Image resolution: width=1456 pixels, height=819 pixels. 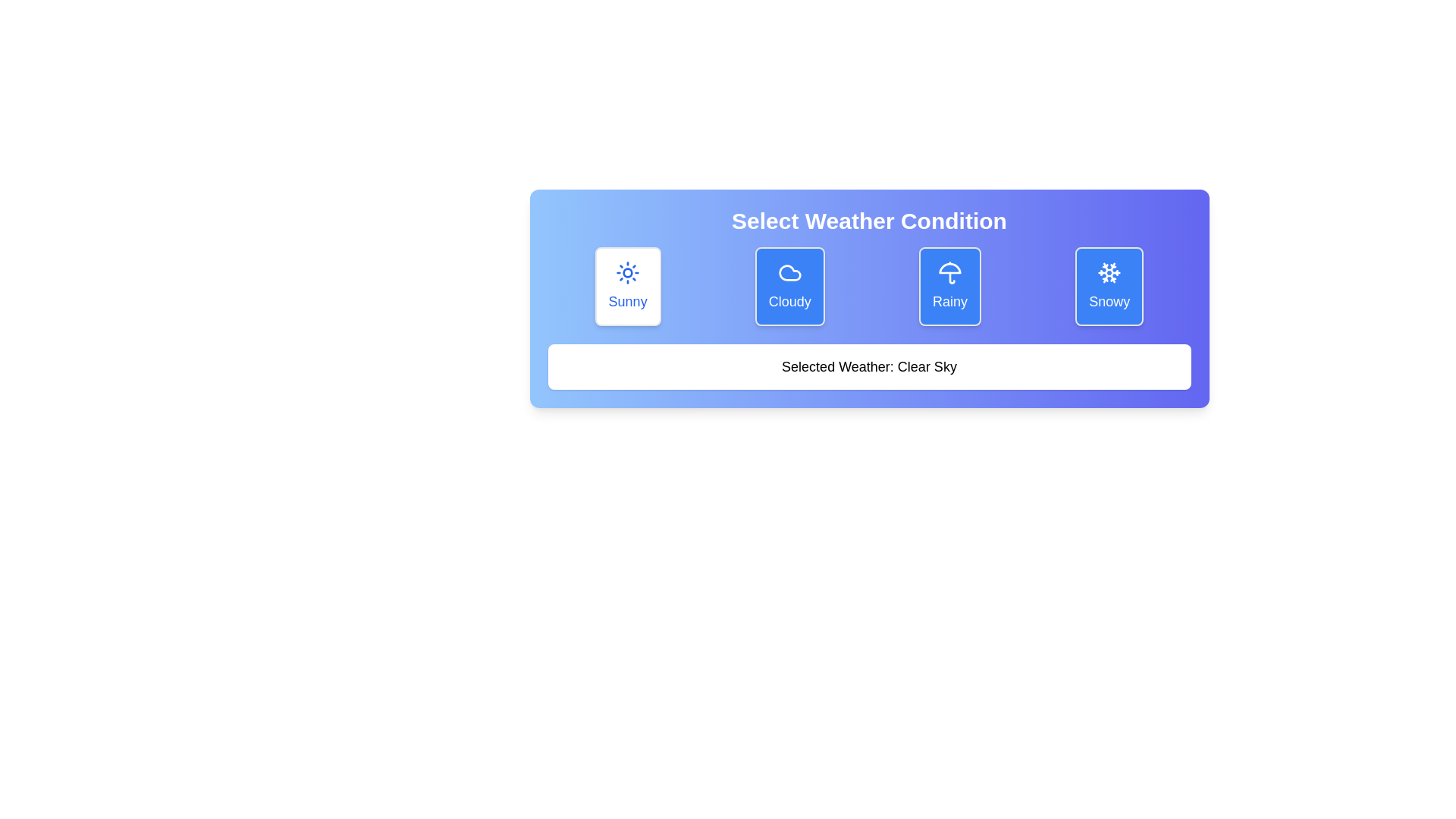 I want to click on umbrella icon located in the 'Rainy' selection box, which is the third option in the weather selection interface, so click(x=949, y=271).